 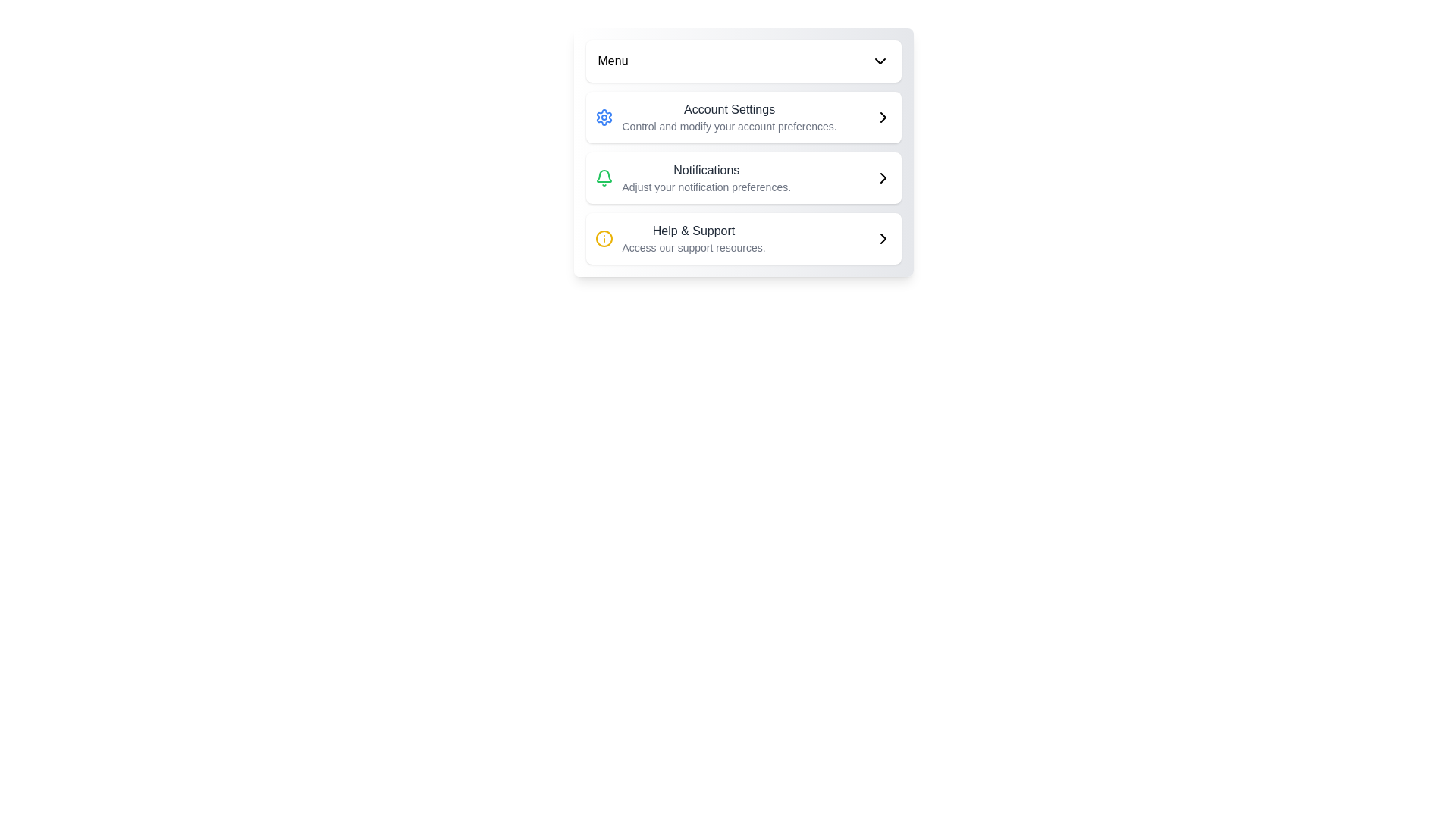 What do you see at coordinates (883, 239) in the screenshot?
I see `the chevron icon pointing right, which is part of the 'Help & Support' menu item, located at the far-right end aligned with the text 'Help & Support'` at bounding box center [883, 239].